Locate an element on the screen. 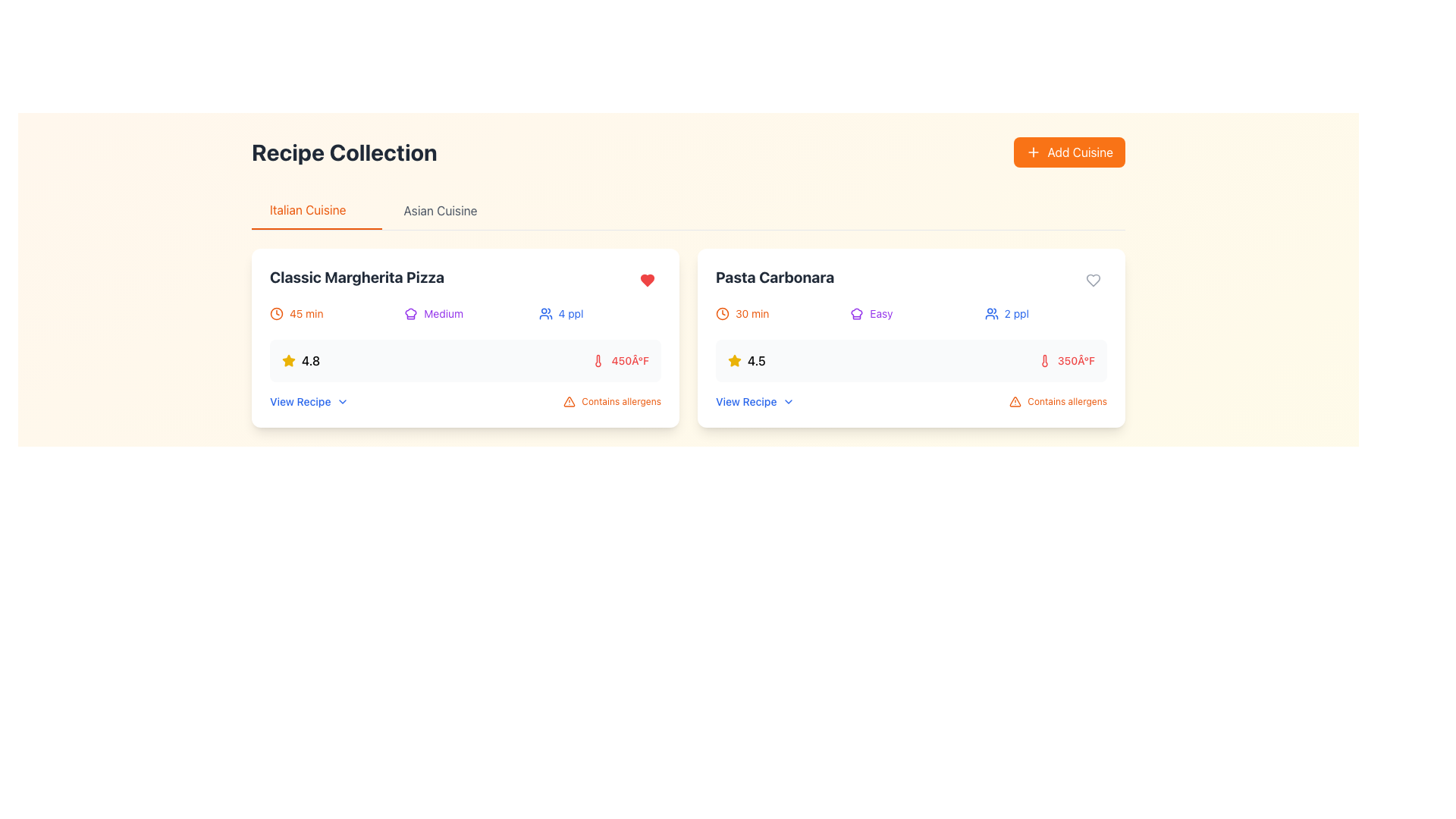  the text label that serves as a link or prompt for viewing recipe details, positioned centrally at the bottom of the left recipe card is located at coordinates (300, 400).